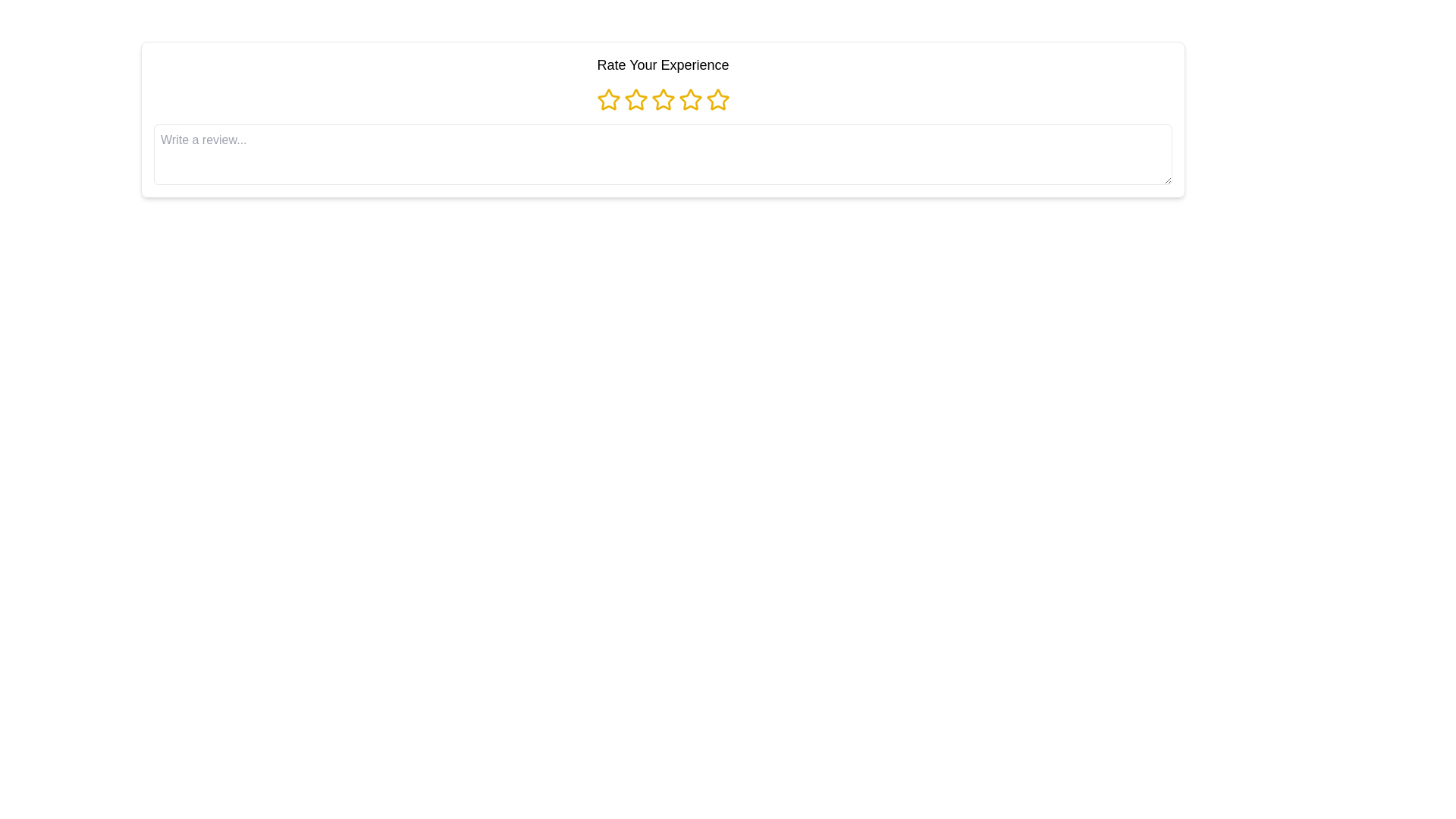  I want to click on the fourth star icon in the rating section beneath 'Rate Your Experience', so click(689, 99).